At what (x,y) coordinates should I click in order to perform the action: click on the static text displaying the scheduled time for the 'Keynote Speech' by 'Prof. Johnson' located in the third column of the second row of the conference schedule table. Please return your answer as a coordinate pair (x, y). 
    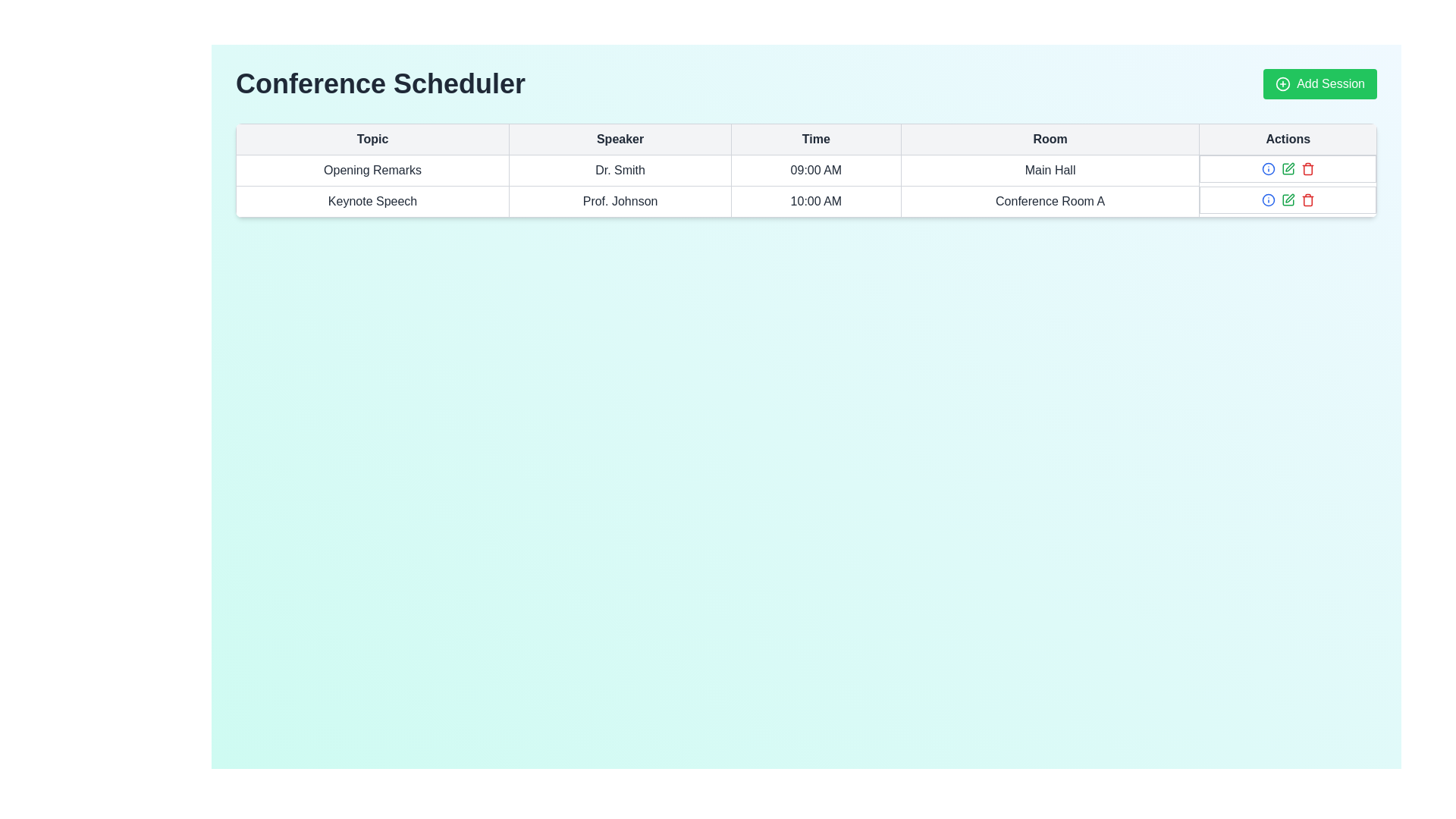
    Looking at the image, I should click on (815, 201).